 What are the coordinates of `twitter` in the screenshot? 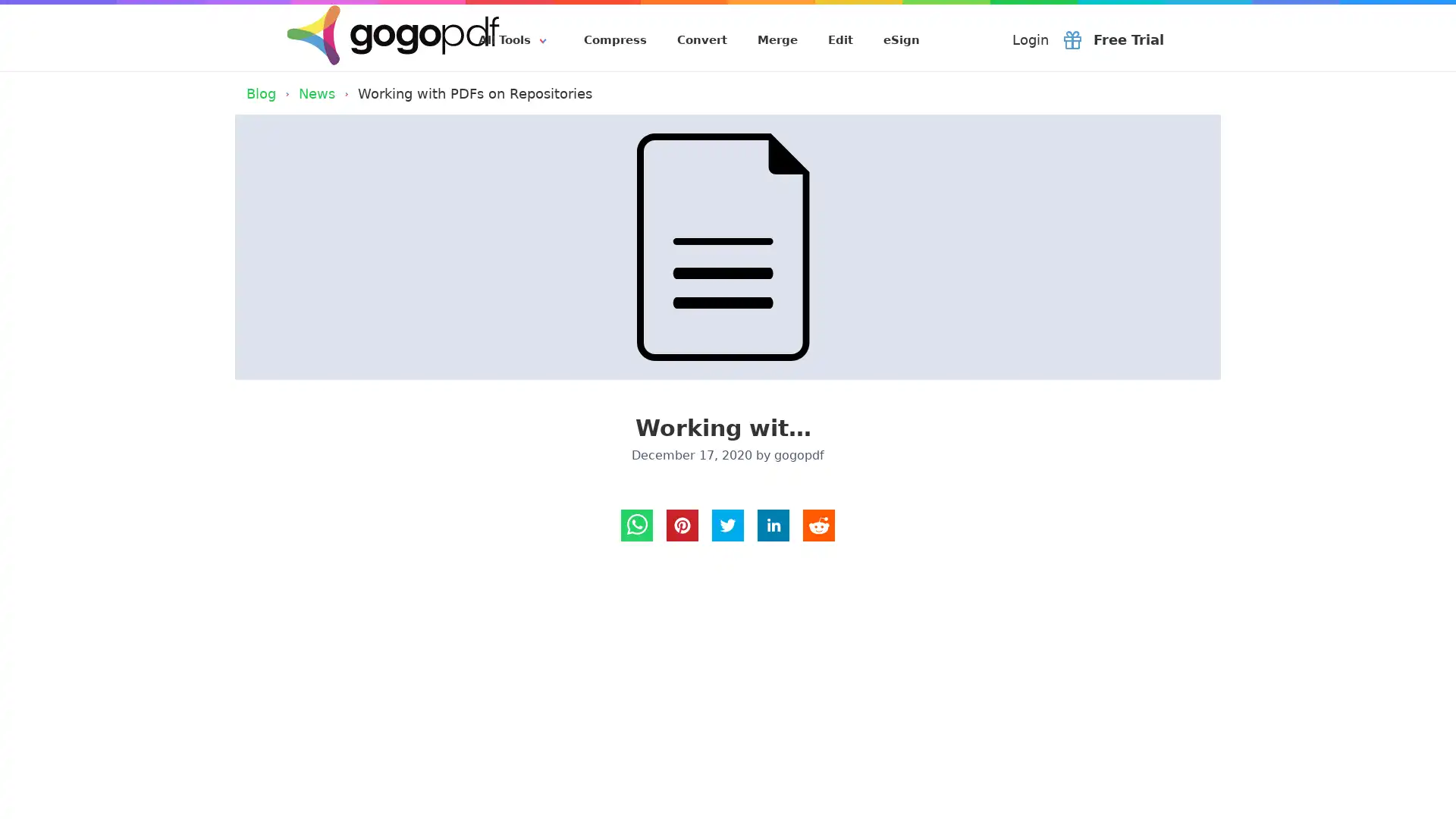 It's located at (728, 525).